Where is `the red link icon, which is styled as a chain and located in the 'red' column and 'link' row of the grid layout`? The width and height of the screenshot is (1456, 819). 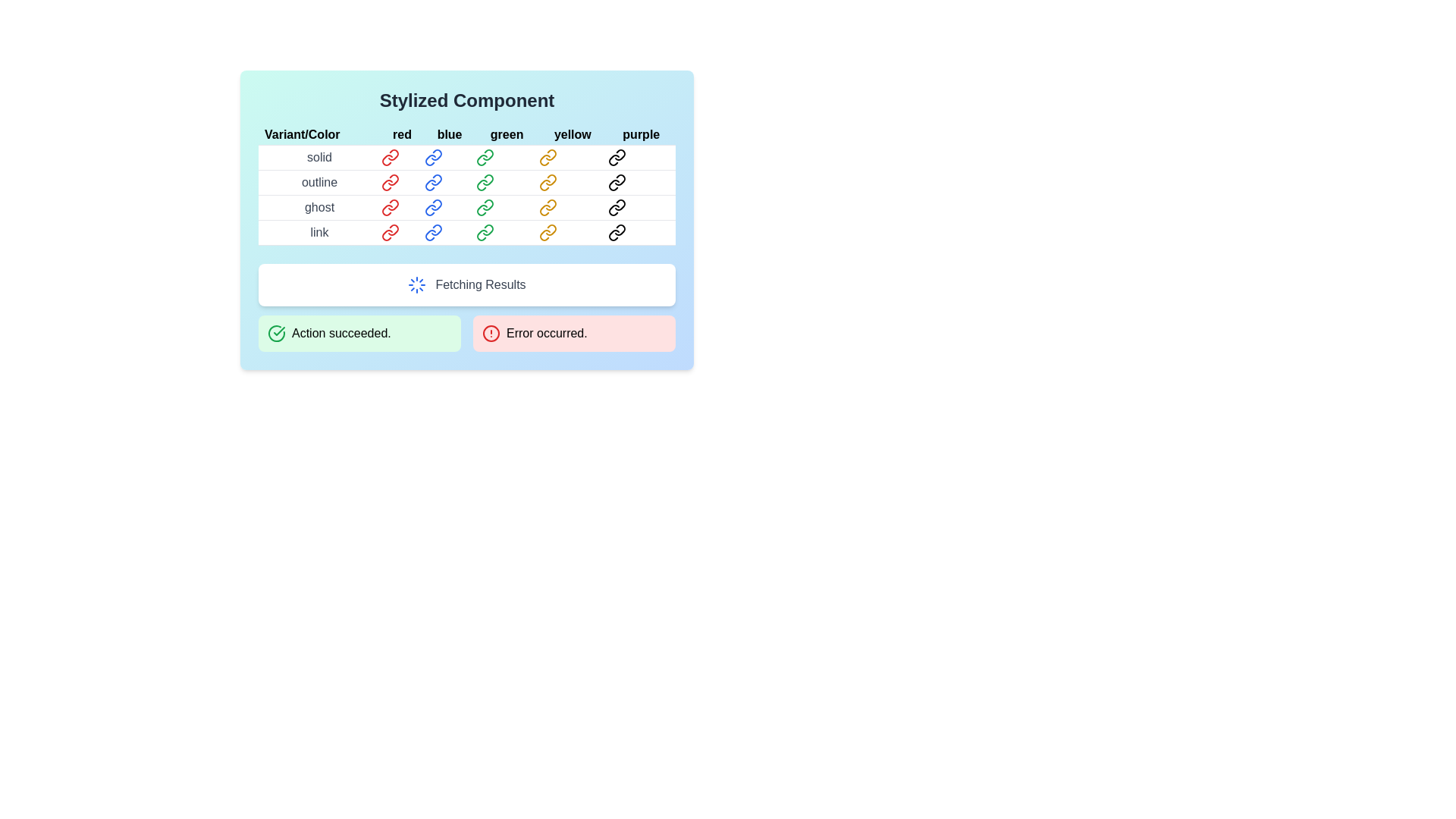 the red link icon, which is styled as a chain and located in the 'red' column and 'link' row of the grid layout is located at coordinates (402, 233).